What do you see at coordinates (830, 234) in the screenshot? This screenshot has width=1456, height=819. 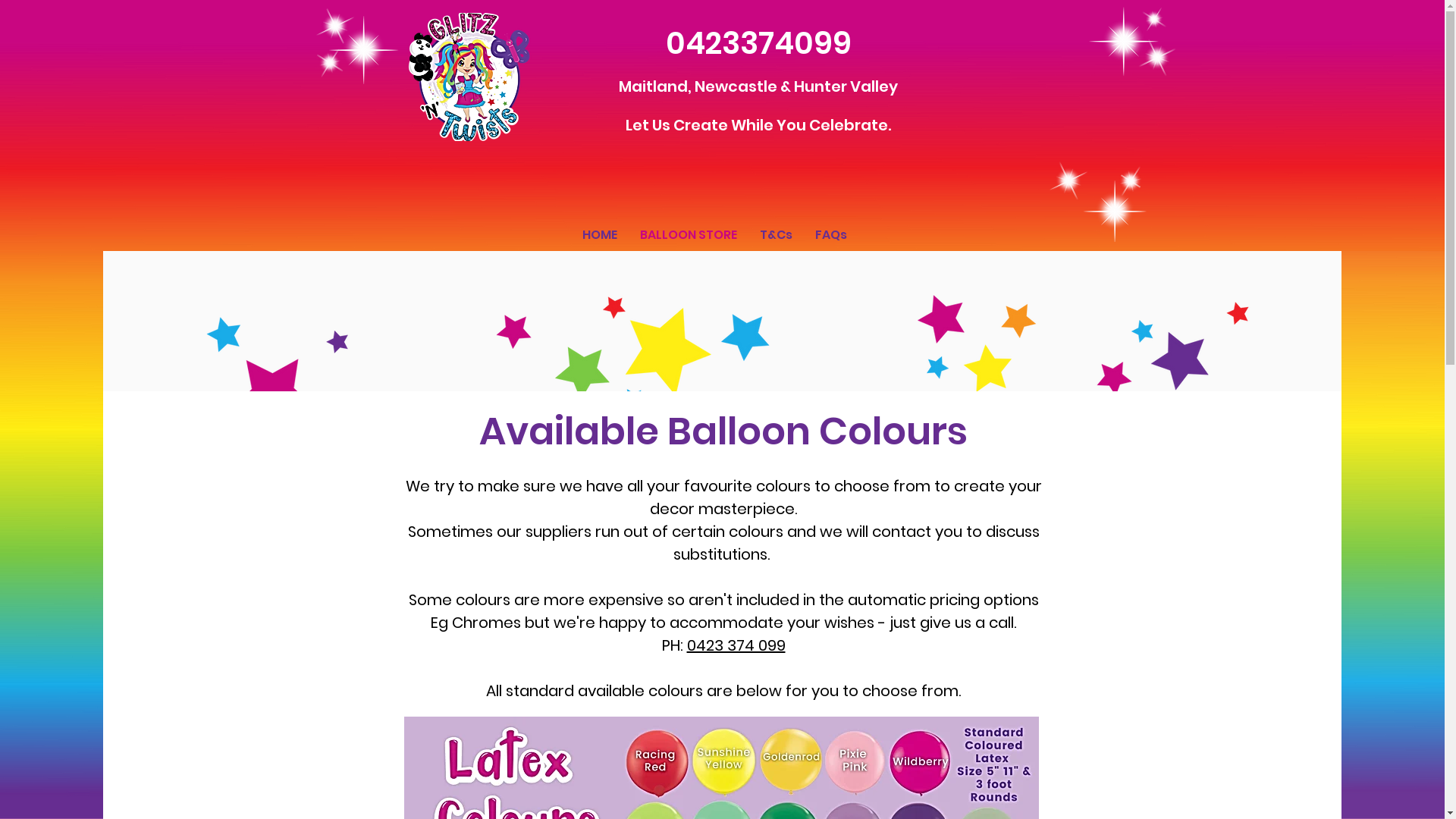 I see `'FAQs'` at bounding box center [830, 234].